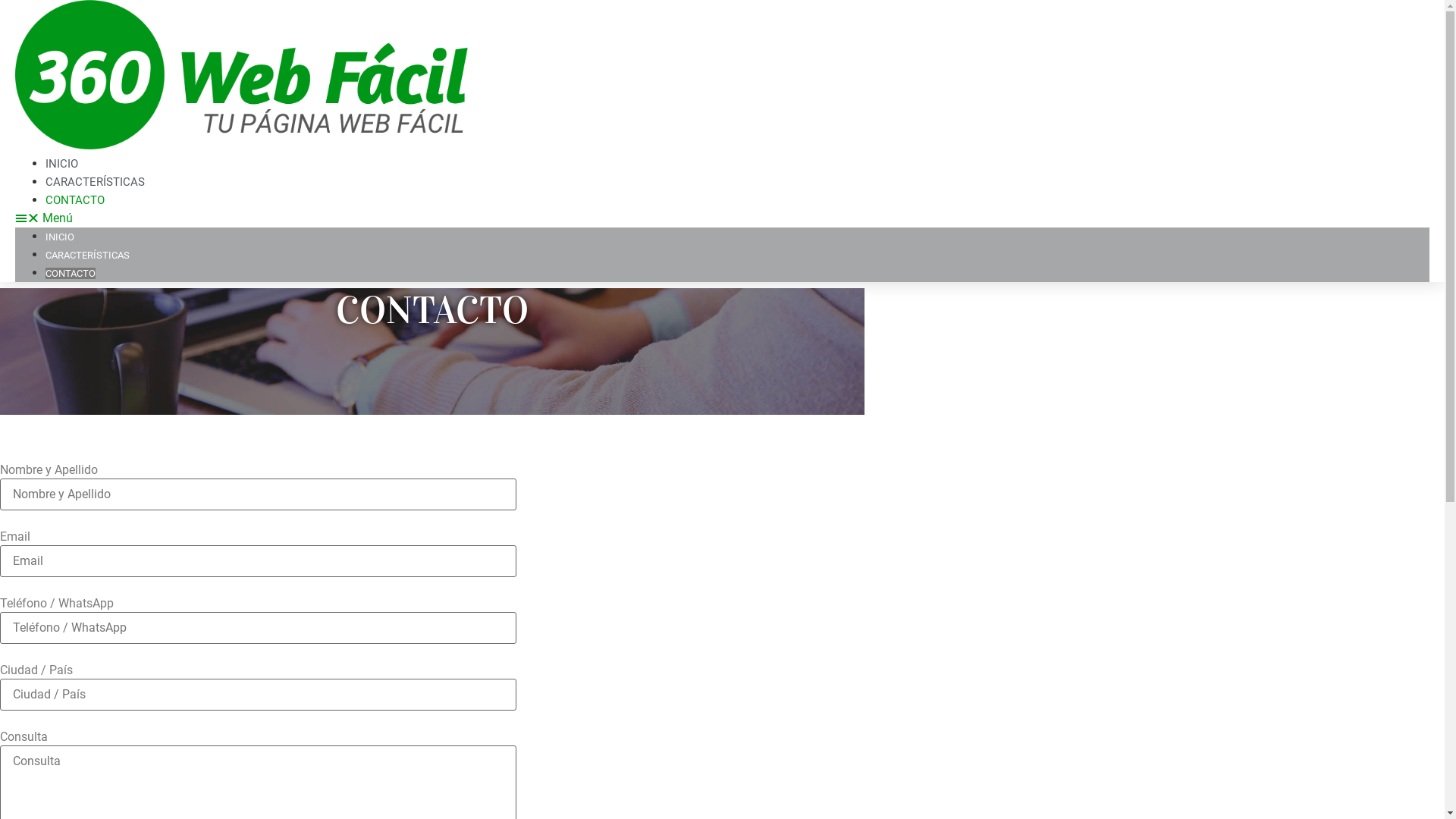 The image size is (1456, 819). I want to click on 'CONTACTO', so click(74, 199).